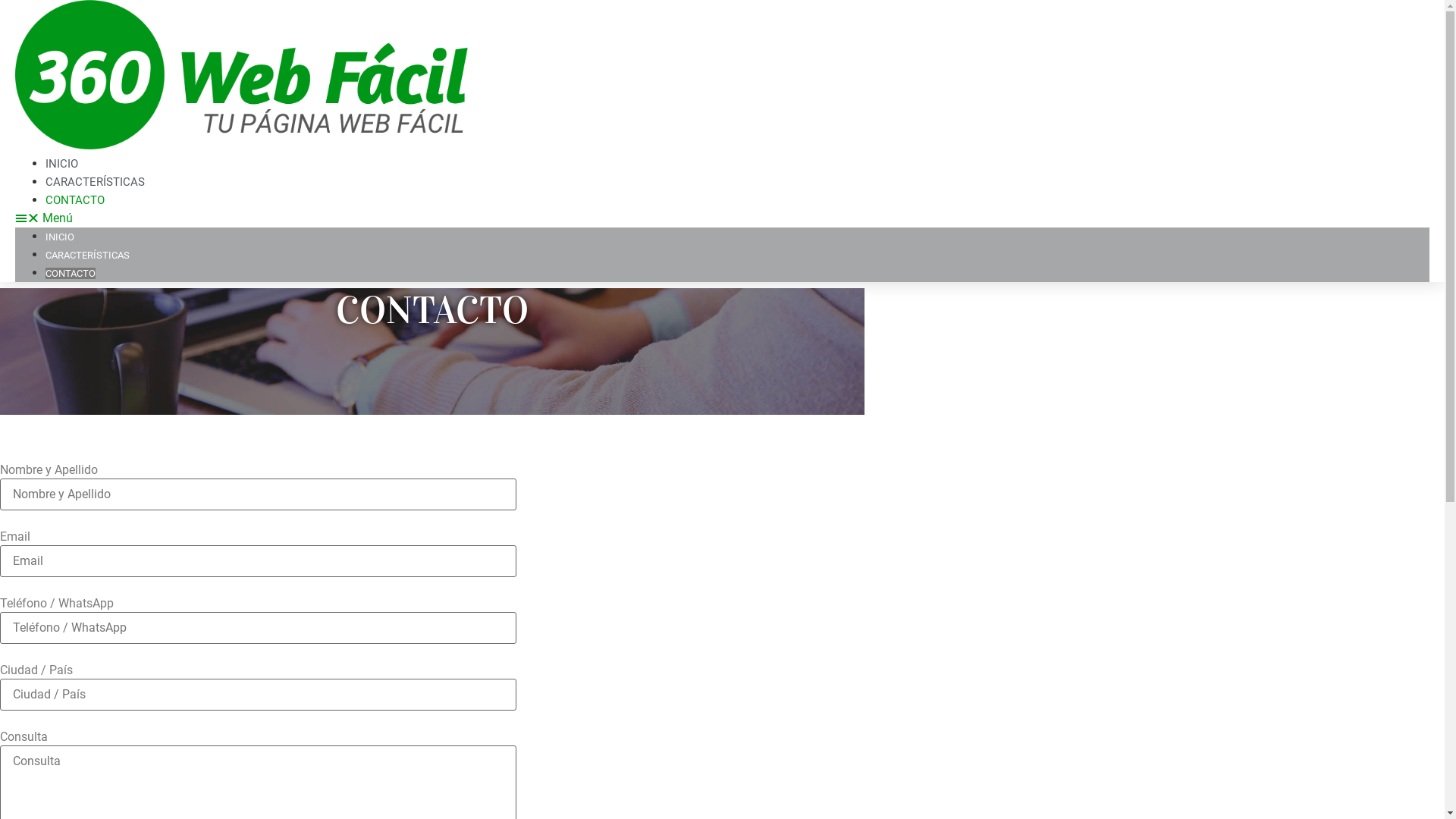 The image size is (1456, 819). I want to click on 'CONTACTO', so click(74, 199).